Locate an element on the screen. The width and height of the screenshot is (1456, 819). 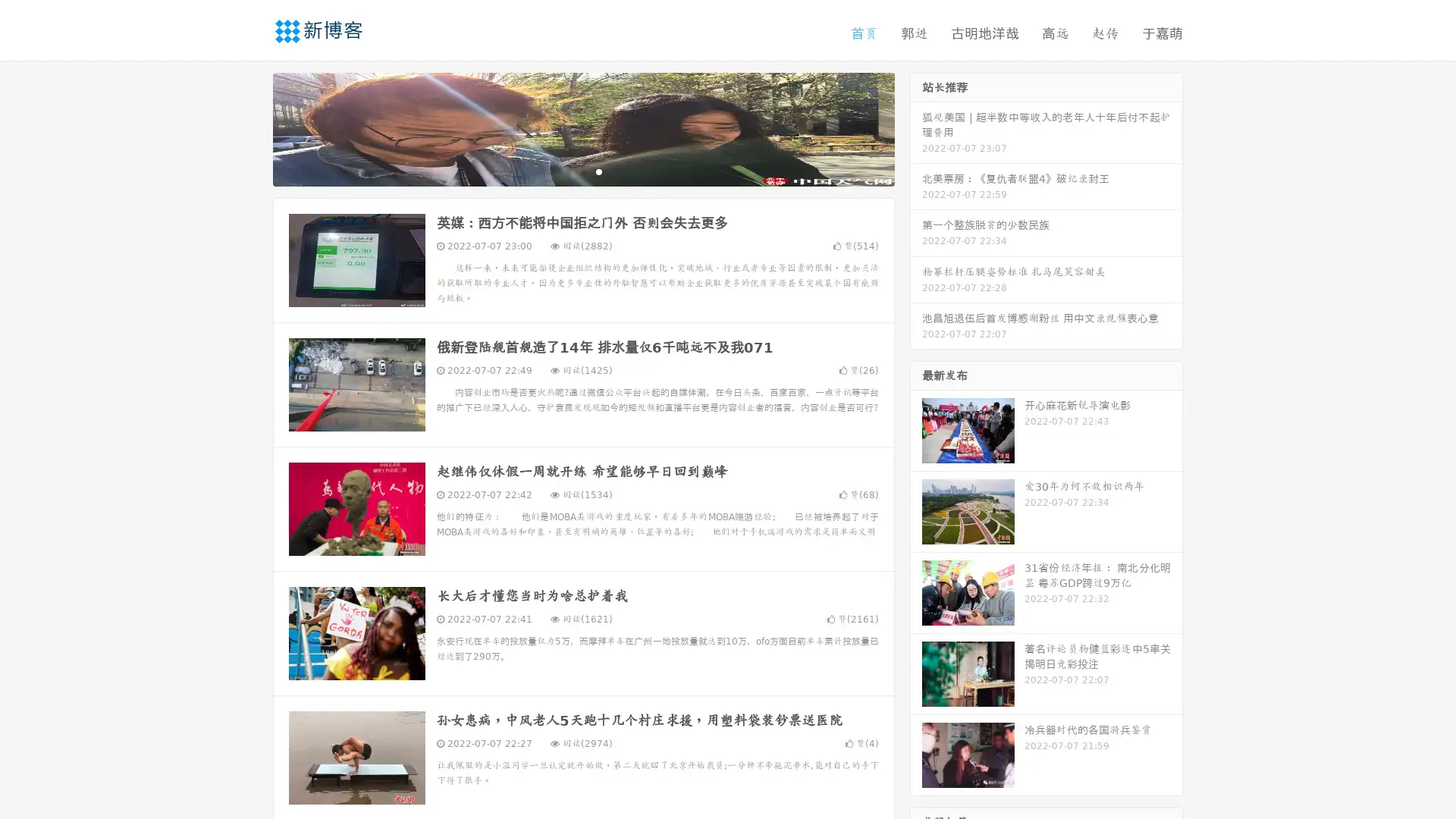
Go to slide 3 is located at coordinates (598, 171).